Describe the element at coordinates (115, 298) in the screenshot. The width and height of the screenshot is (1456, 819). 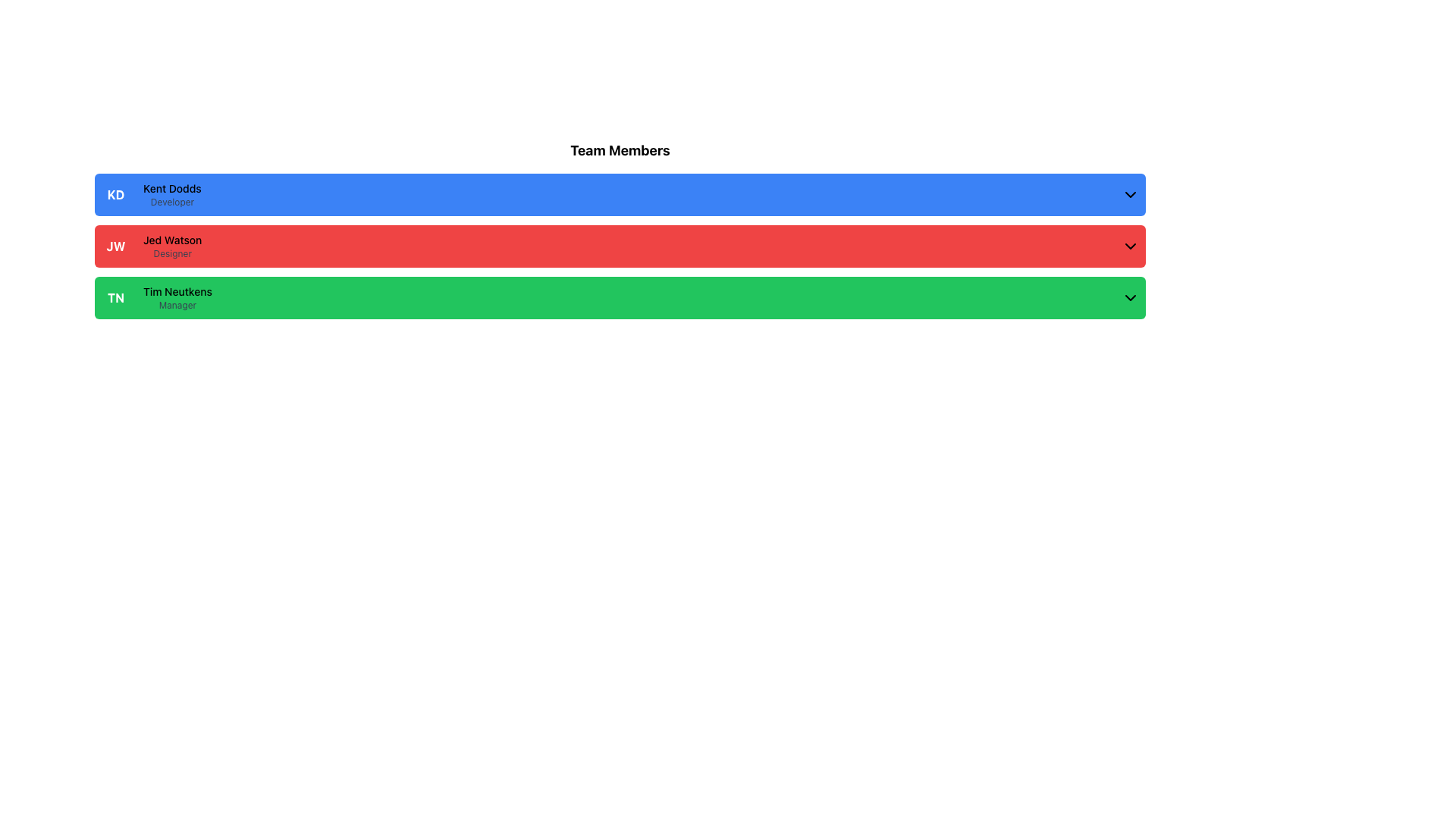
I see `the Avatar element with a green background and 'TN' text, located at the start of the green bar labeled 'Tim Neutkens Manager'` at that location.